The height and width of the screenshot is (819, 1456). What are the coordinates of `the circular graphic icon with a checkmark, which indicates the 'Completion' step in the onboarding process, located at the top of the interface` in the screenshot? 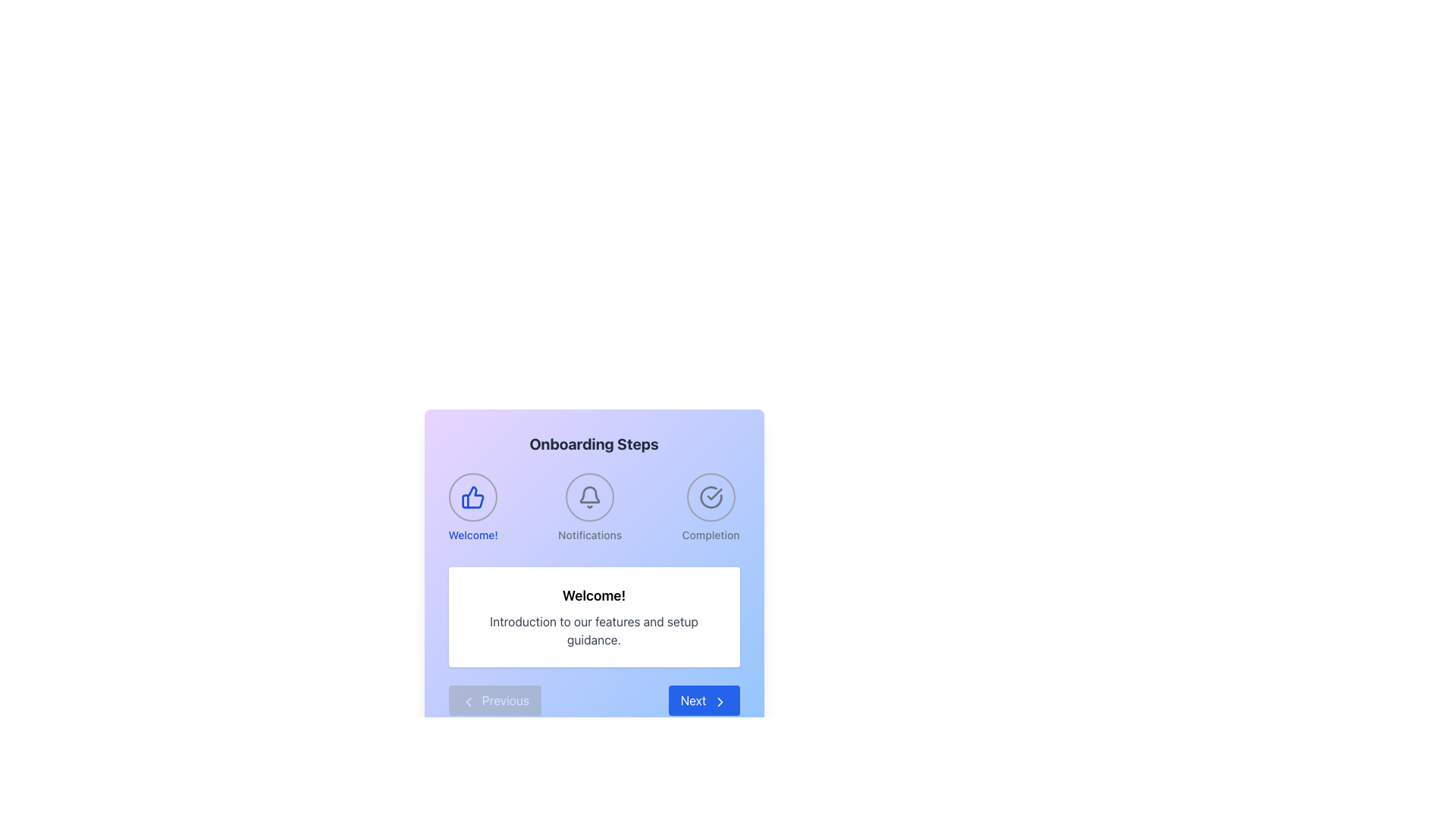 It's located at (710, 497).